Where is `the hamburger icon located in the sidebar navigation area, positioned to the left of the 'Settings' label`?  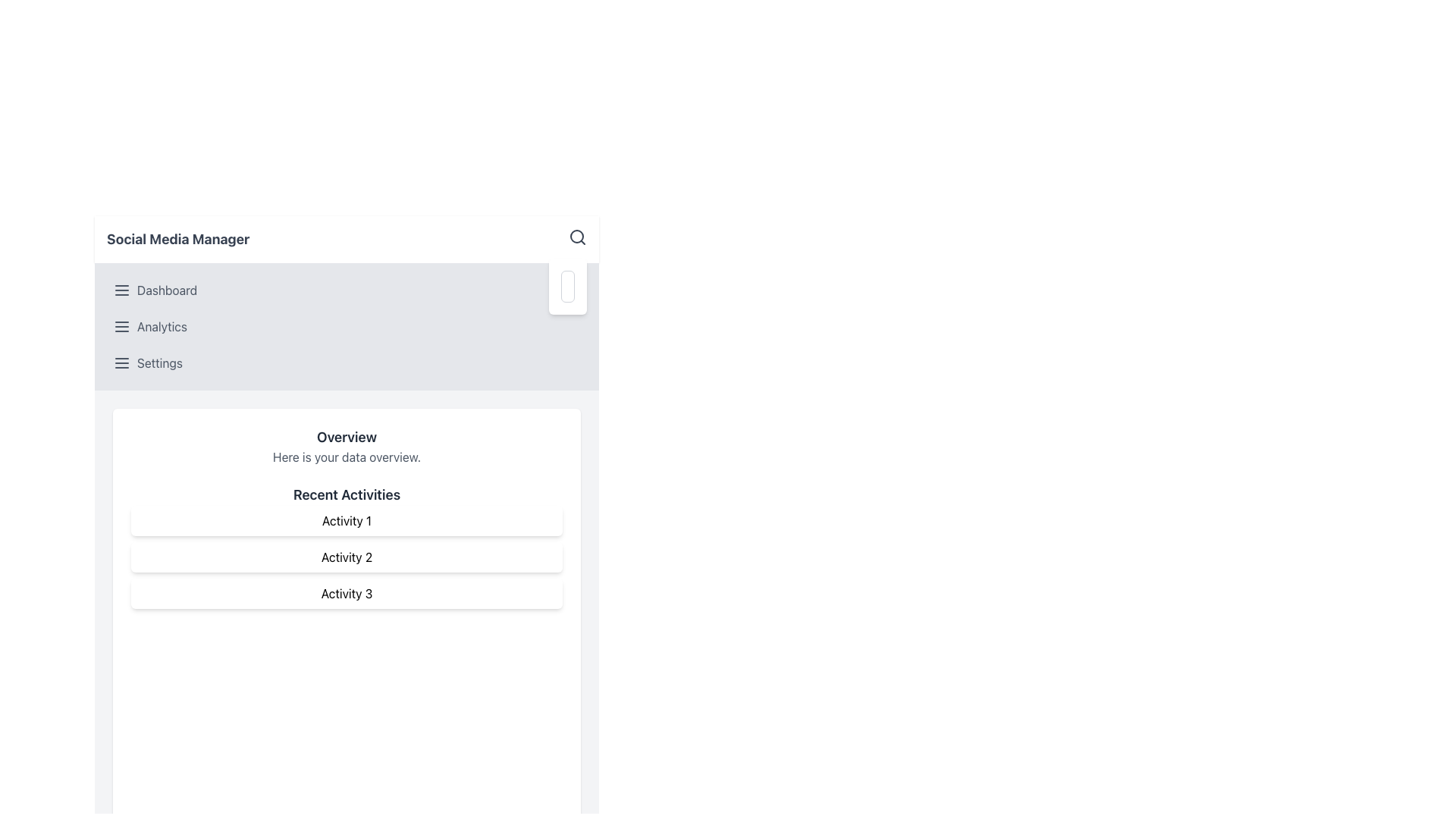 the hamburger icon located in the sidebar navigation area, positioned to the left of the 'Settings' label is located at coordinates (122, 362).